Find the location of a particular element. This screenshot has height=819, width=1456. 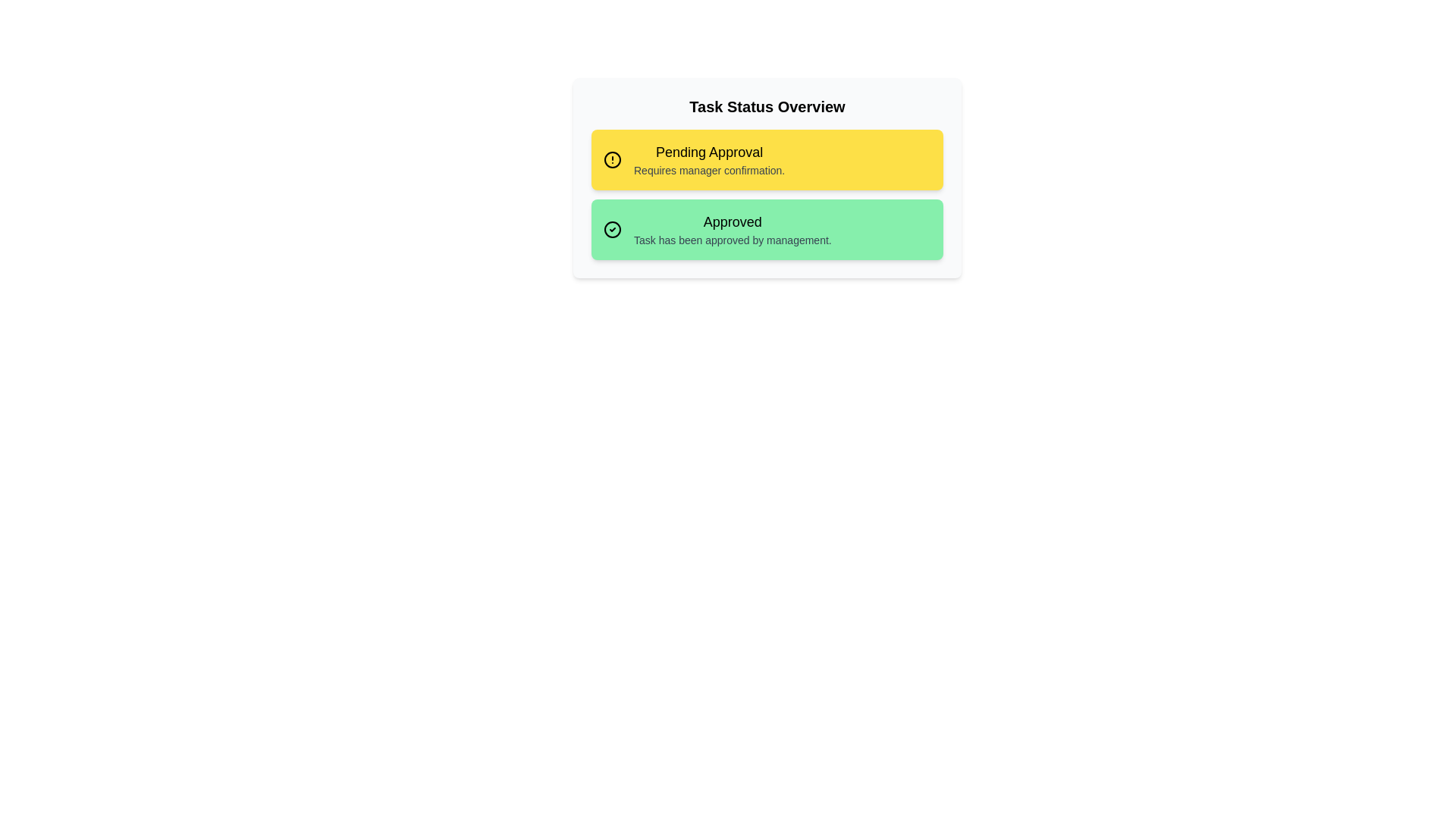

the text of the status label or description for Pending Approval is located at coordinates (708, 152).